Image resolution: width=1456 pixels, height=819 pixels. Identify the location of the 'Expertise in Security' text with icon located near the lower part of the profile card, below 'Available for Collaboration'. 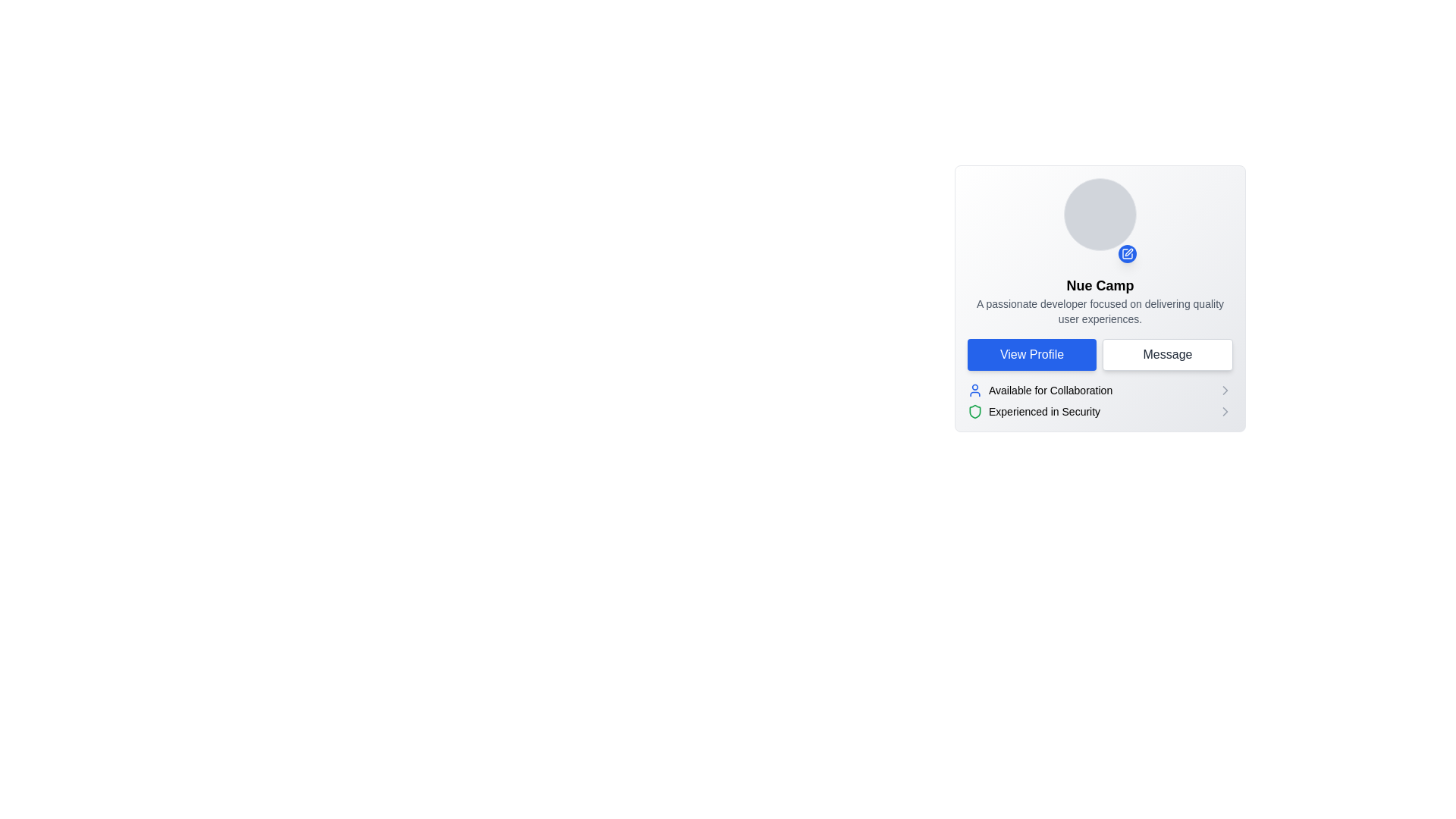
(1033, 412).